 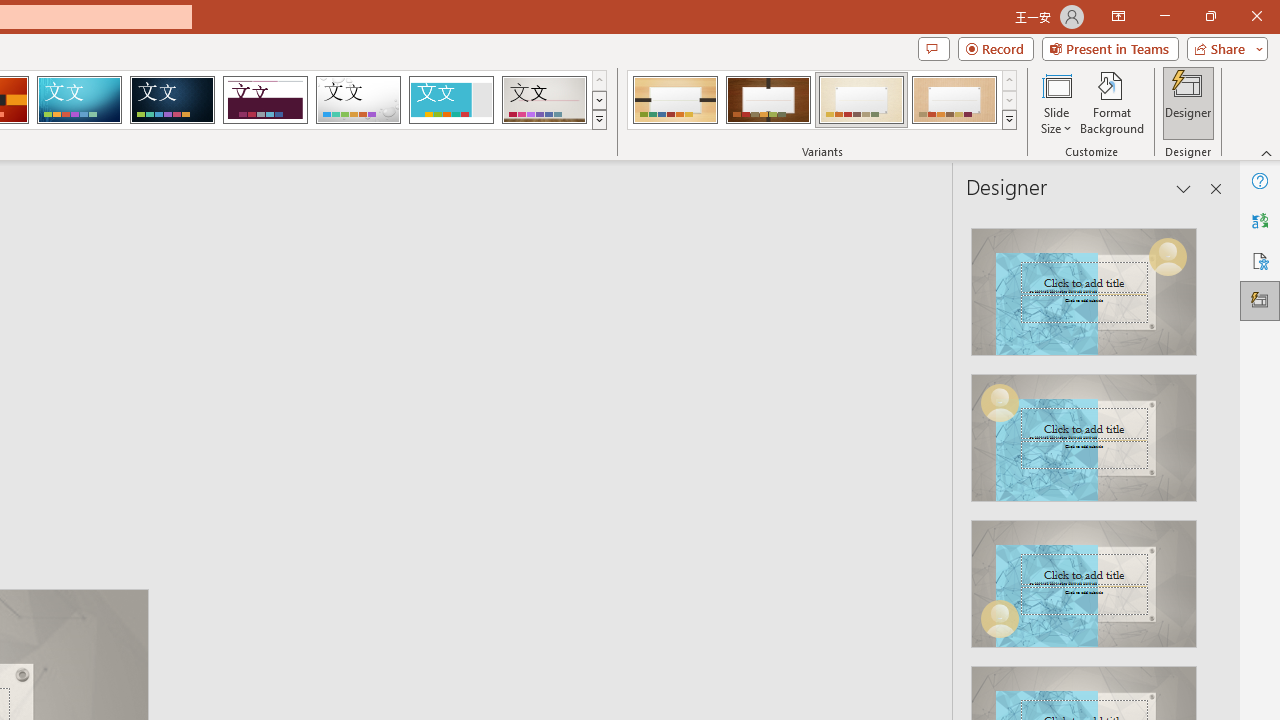 What do you see at coordinates (79, 100) in the screenshot?
I see `'Circuit'` at bounding box center [79, 100].